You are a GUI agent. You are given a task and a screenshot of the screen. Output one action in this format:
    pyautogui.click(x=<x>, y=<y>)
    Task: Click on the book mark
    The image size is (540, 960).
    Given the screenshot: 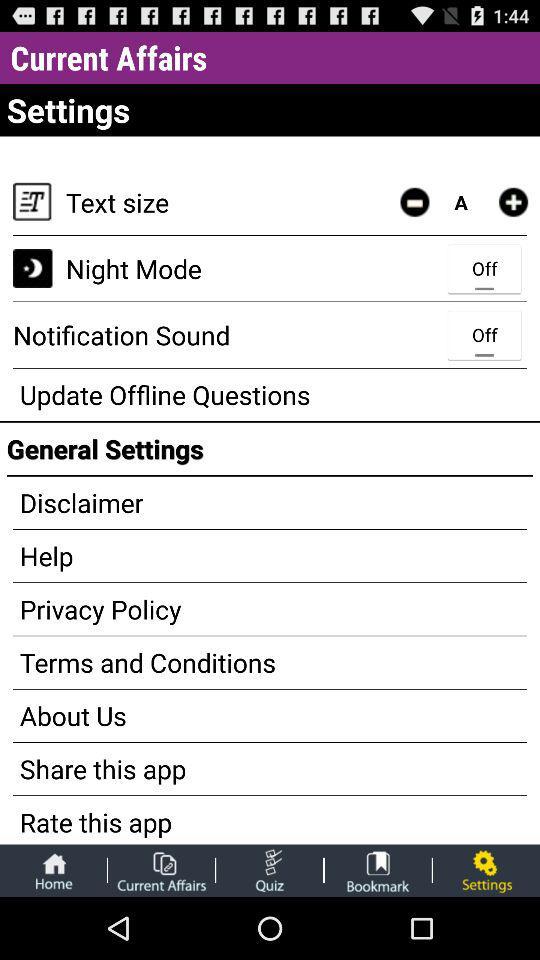 What is the action you would take?
    pyautogui.click(x=378, y=869)
    